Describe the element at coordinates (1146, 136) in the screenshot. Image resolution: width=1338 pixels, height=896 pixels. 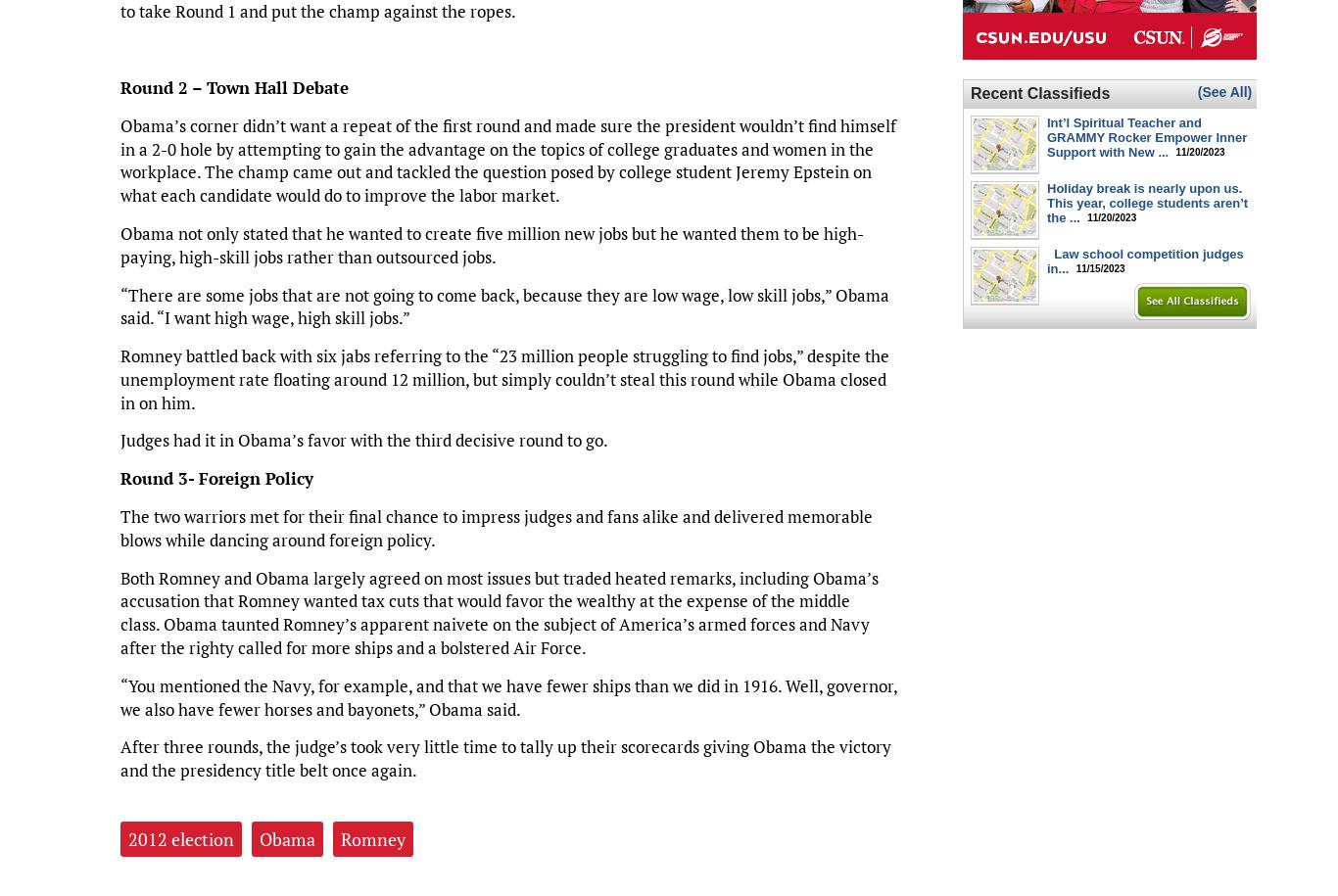
I see `'Int’l Spiritual Teacher and GRAMMY Rocker Empower Inner Support with

New ...'` at that location.